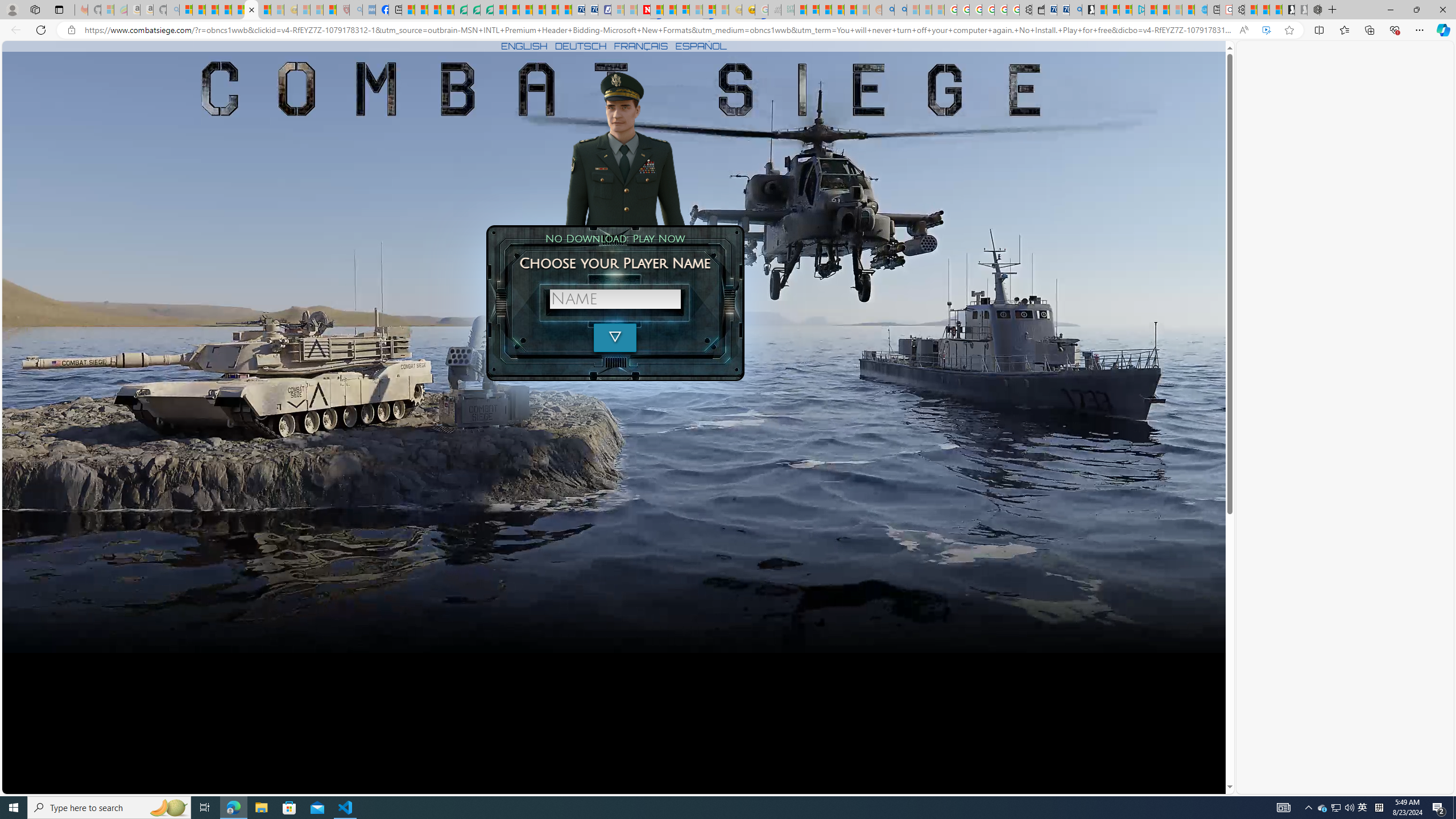  Describe the element at coordinates (669, 9) in the screenshot. I see `'14 Common Myths Debunked By Scientific Facts'` at that location.